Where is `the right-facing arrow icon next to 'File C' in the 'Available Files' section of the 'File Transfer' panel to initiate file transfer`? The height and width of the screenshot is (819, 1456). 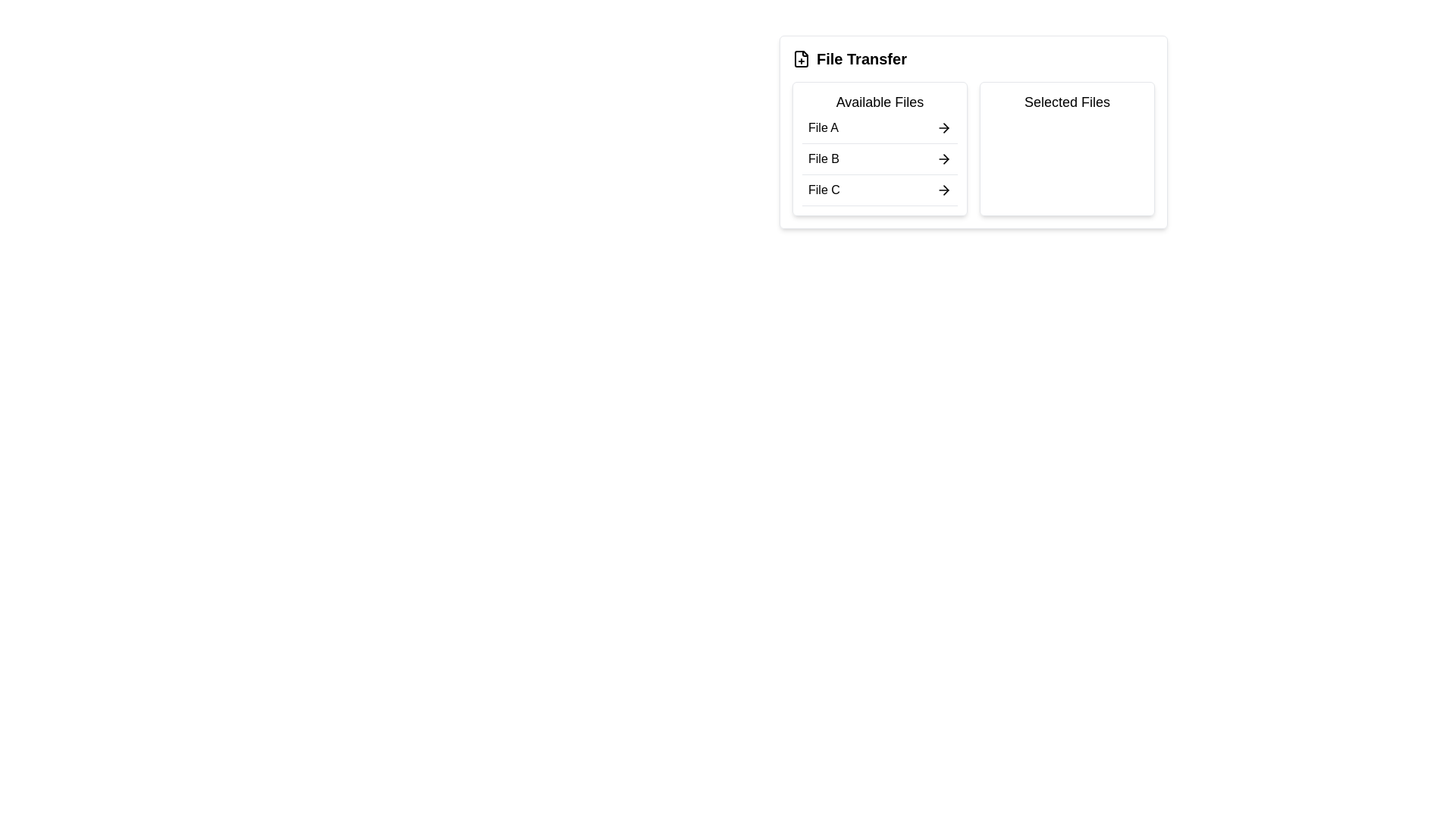
the right-facing arrow icon next to 'File C' in the 'Available Files' section of the 'File Transfer' panel to initiate file transfer is located at coordinates (943, 189).